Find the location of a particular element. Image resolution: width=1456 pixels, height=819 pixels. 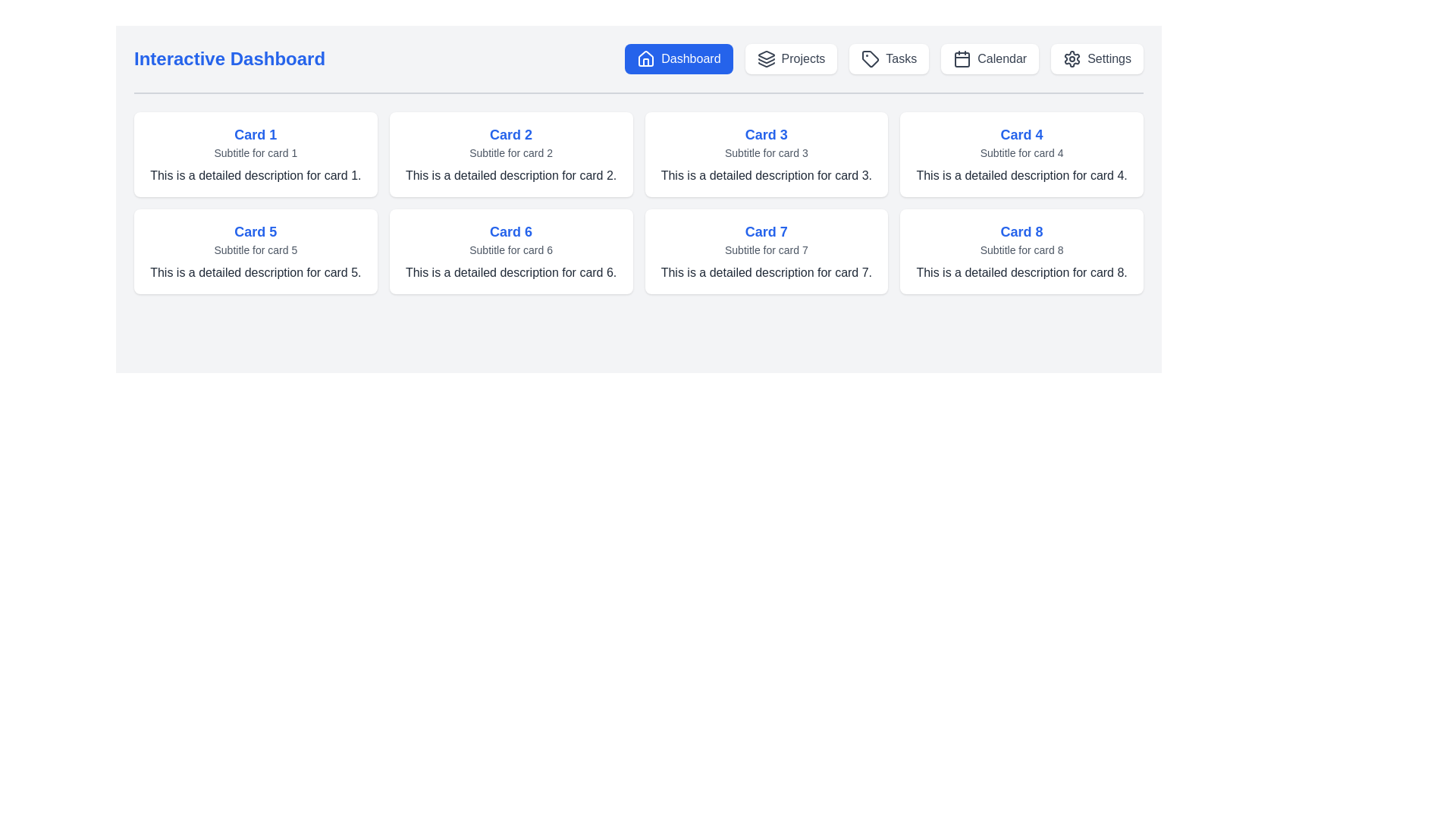

the blue rectangular button labeled 'Dashboard' with a house icon to trigger the hover effect is located at coordinates (678, 58).